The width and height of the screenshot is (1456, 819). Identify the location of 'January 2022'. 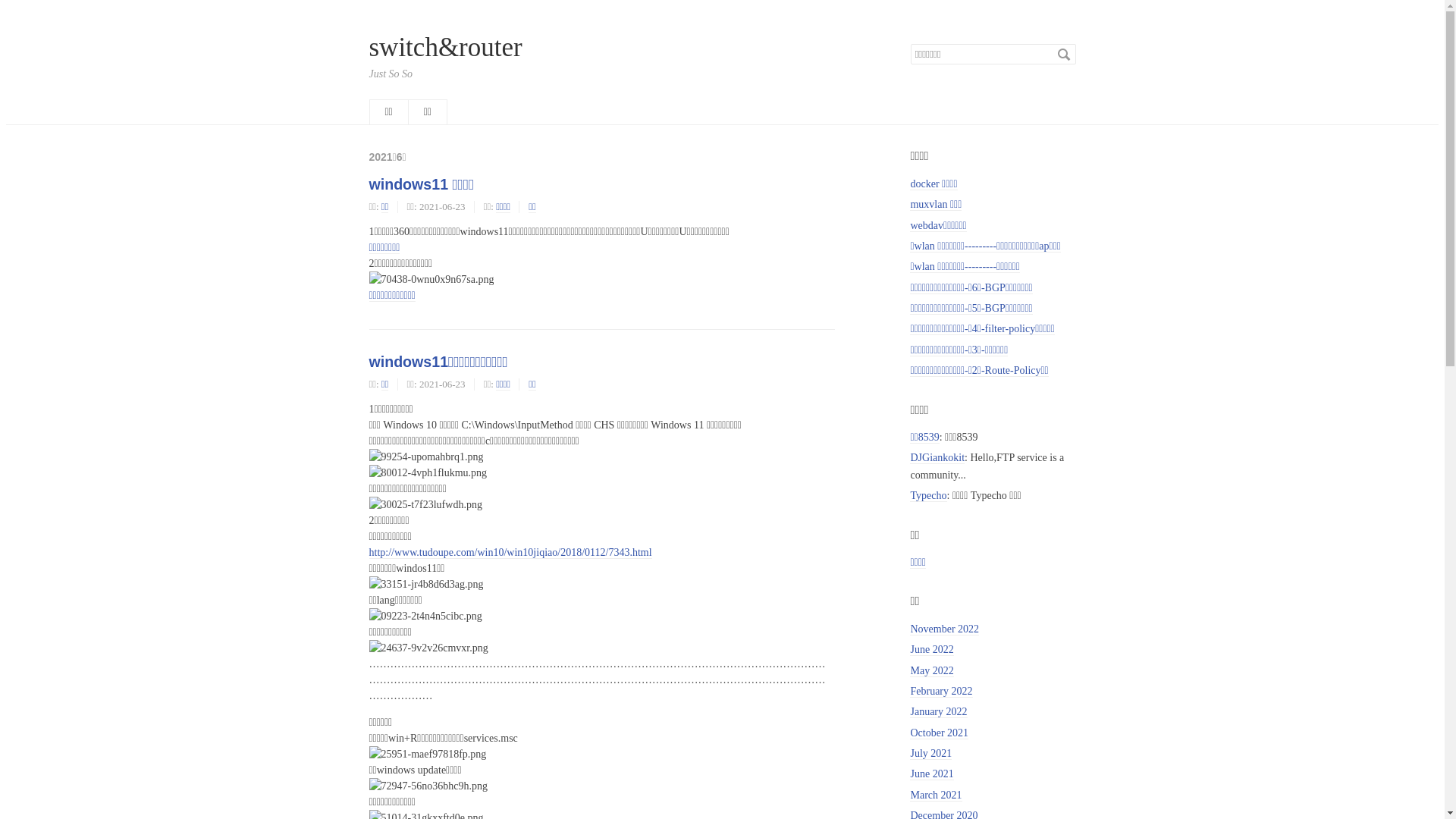
(937, 711).